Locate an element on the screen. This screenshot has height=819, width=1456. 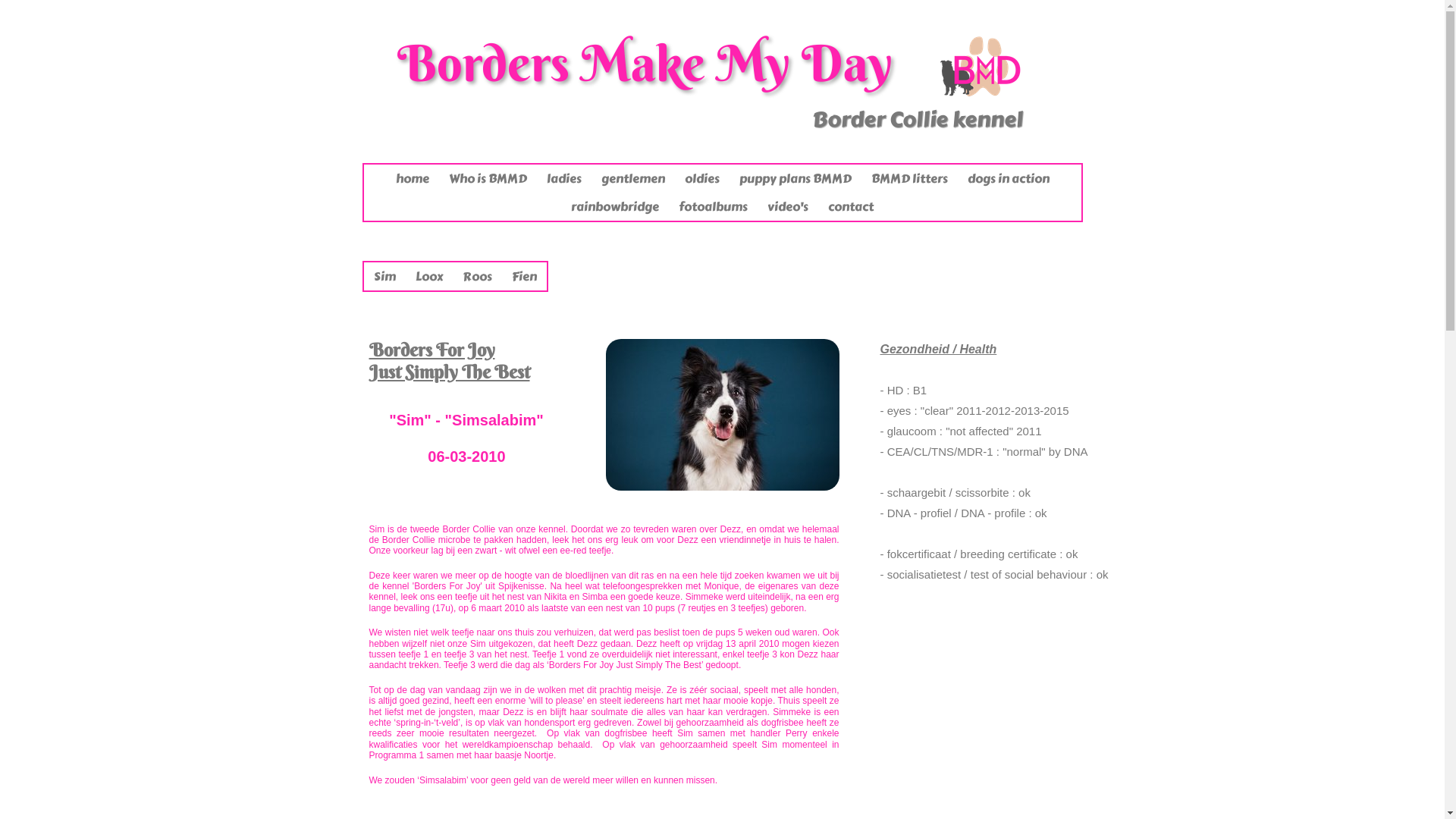
'BMMD litters' is located at coordinates (909, 177).